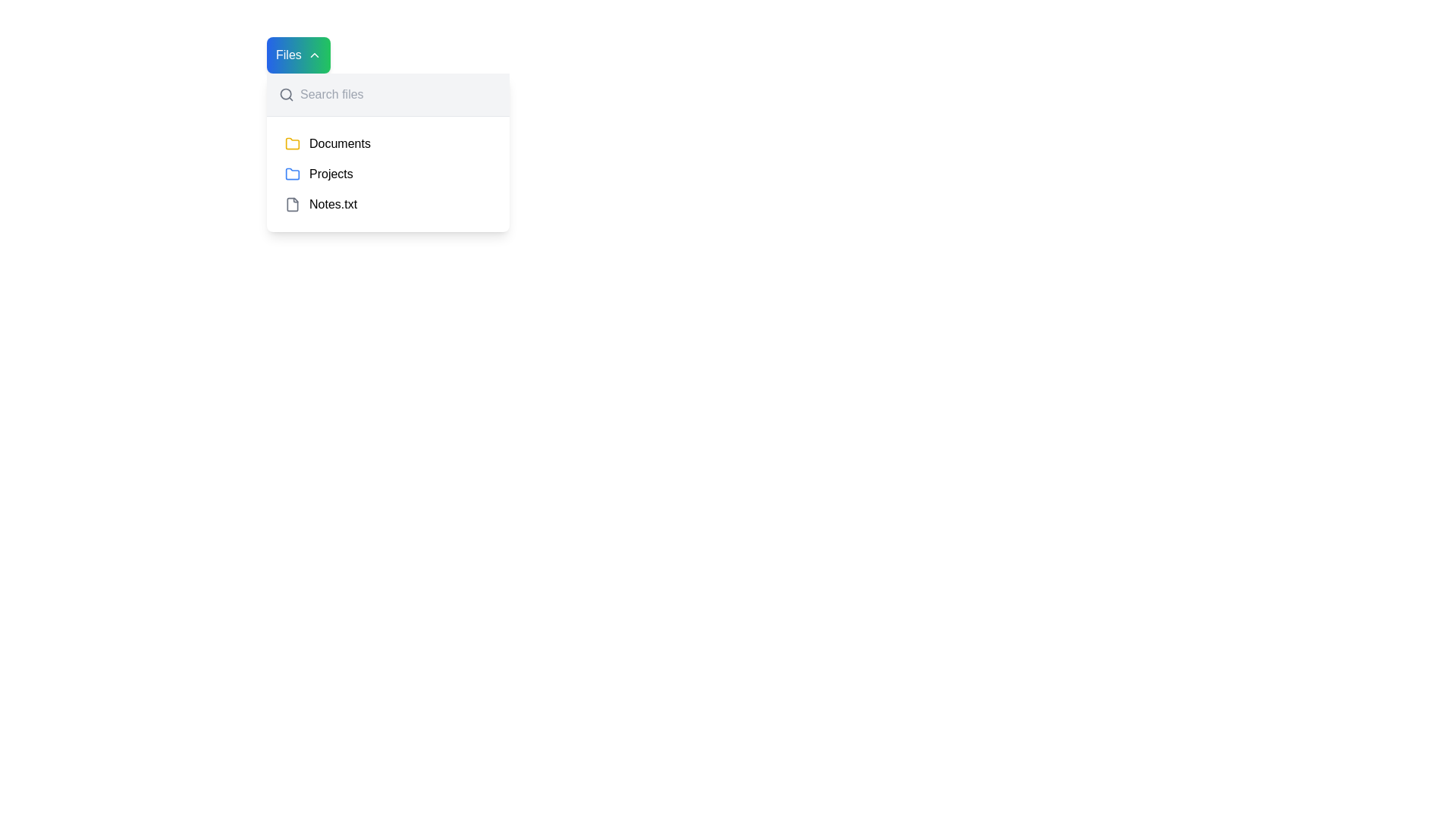  Describe the element at coordinates (292, 143) in the screenshot. I see `the folder icon located to the right of the 'Documents' label in the file menu, which is the first icon under the menu structure` at that location.